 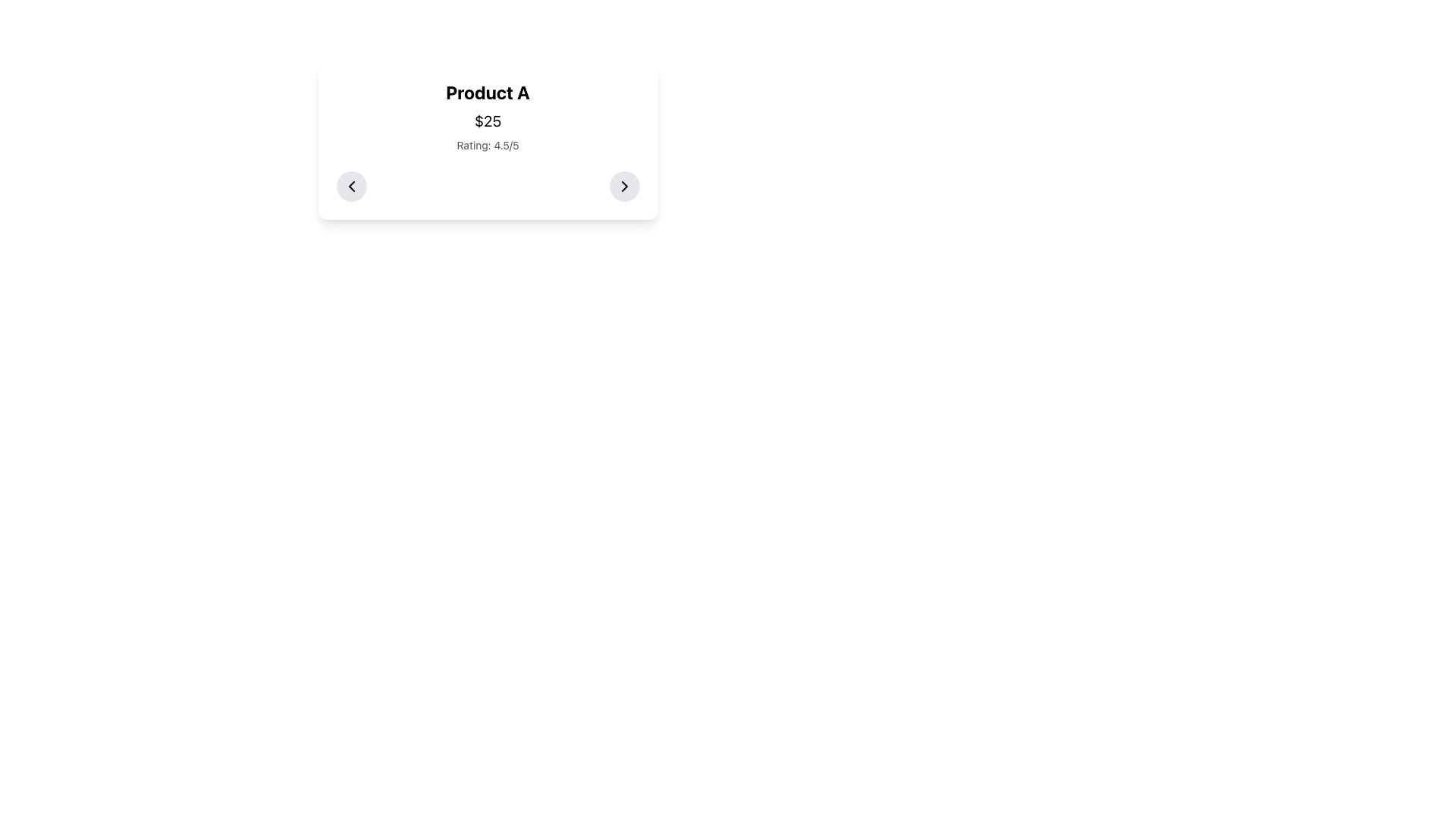 I want to click on details displayed in the text block containing the product name 'Product A', price '$25', and rating 'Rating: 4.5/5', which is center-aligned in the card-like structure, so click(x=488, y=116).